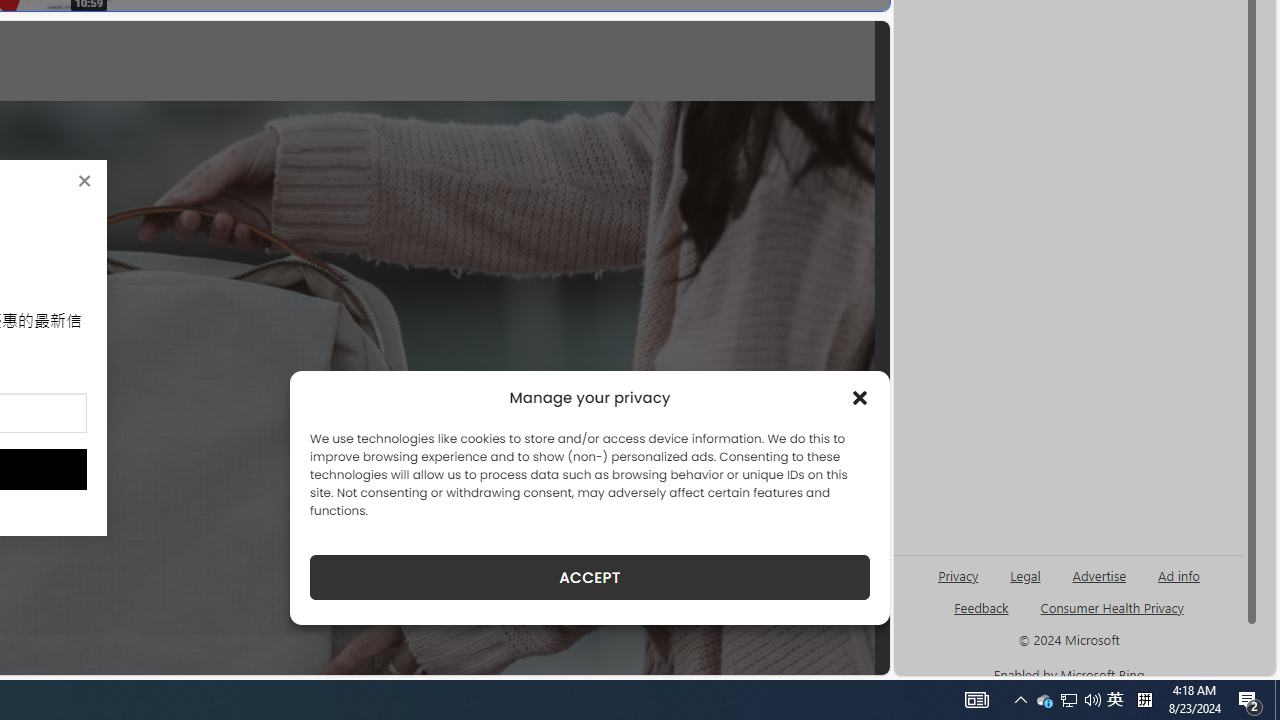  Describe the element at coordinates (860, 398) in the screenshot. I see `'Class: cmplz-close'` at that location.